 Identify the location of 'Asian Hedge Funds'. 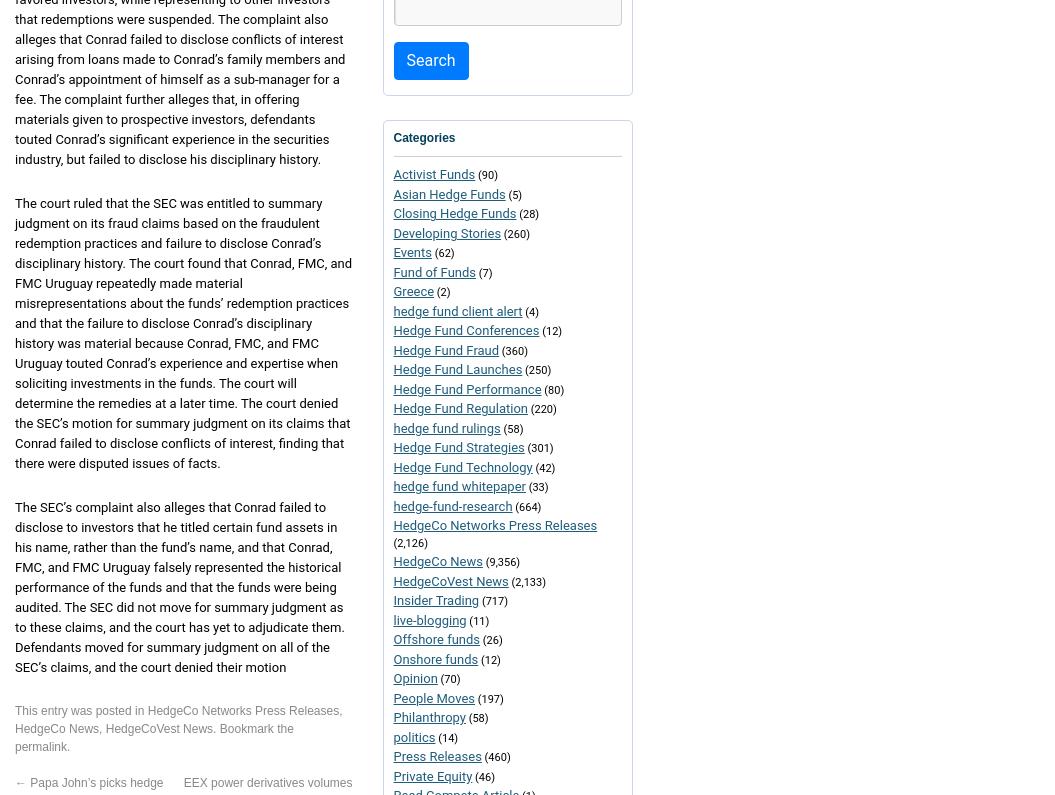
(448, 193).